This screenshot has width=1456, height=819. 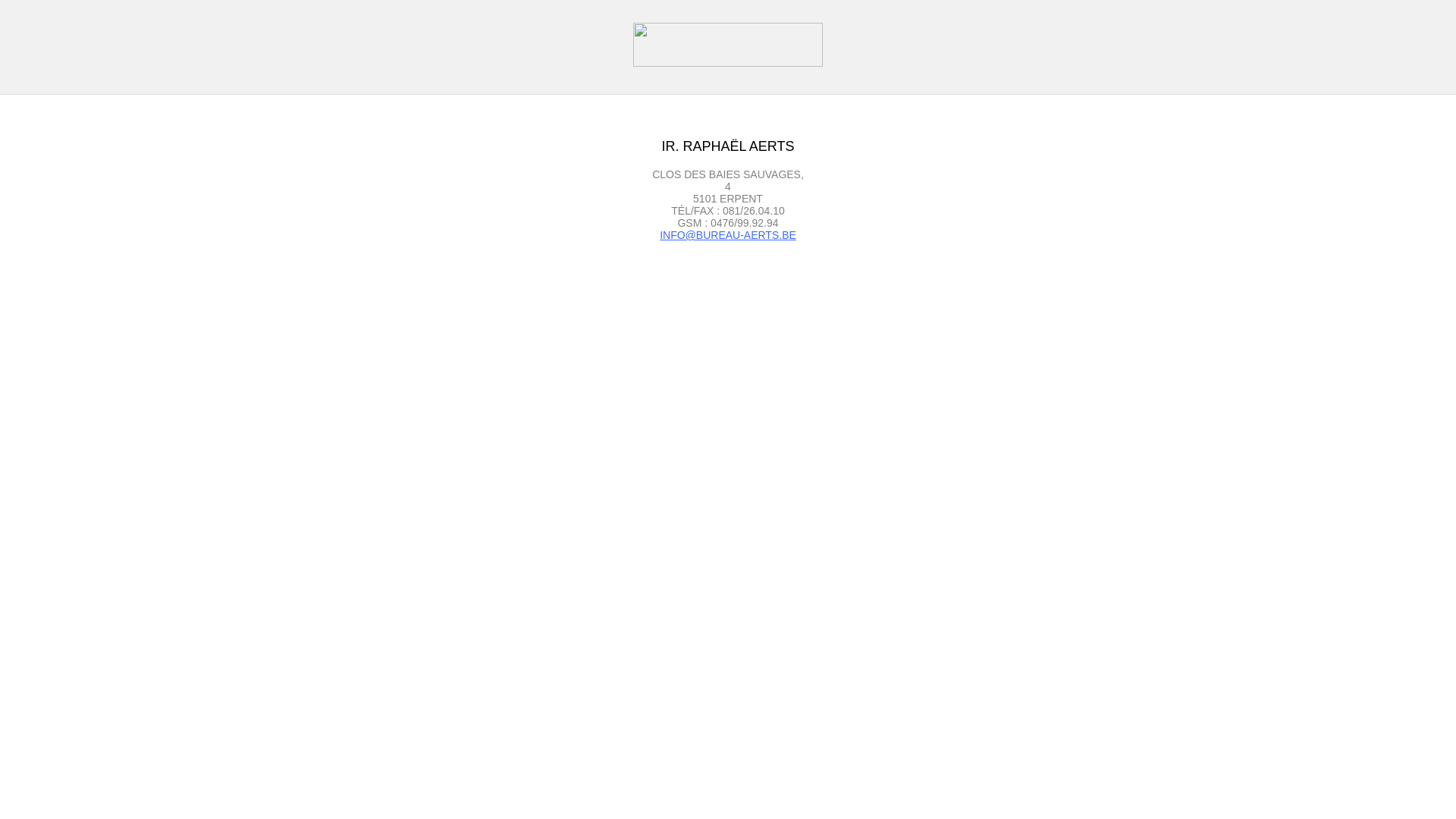 What do you see at coordinates (728, 234) in the screenshot?
I see `'INFO@BUREAU-AERTS.BE'` at bounding box center [728, 234].